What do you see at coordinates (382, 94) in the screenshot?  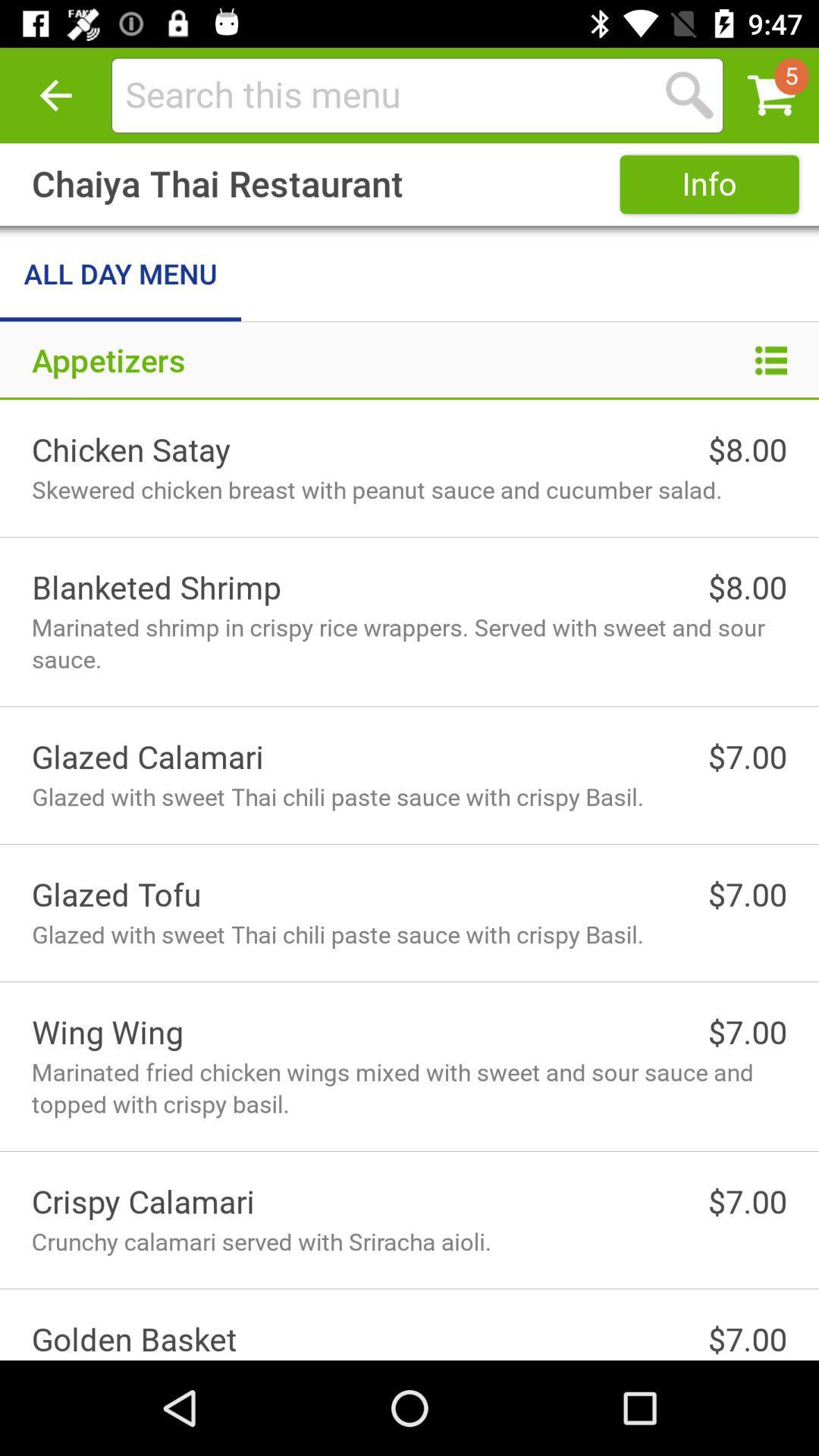 I see `the item above info` at bounding box center [382, 94].